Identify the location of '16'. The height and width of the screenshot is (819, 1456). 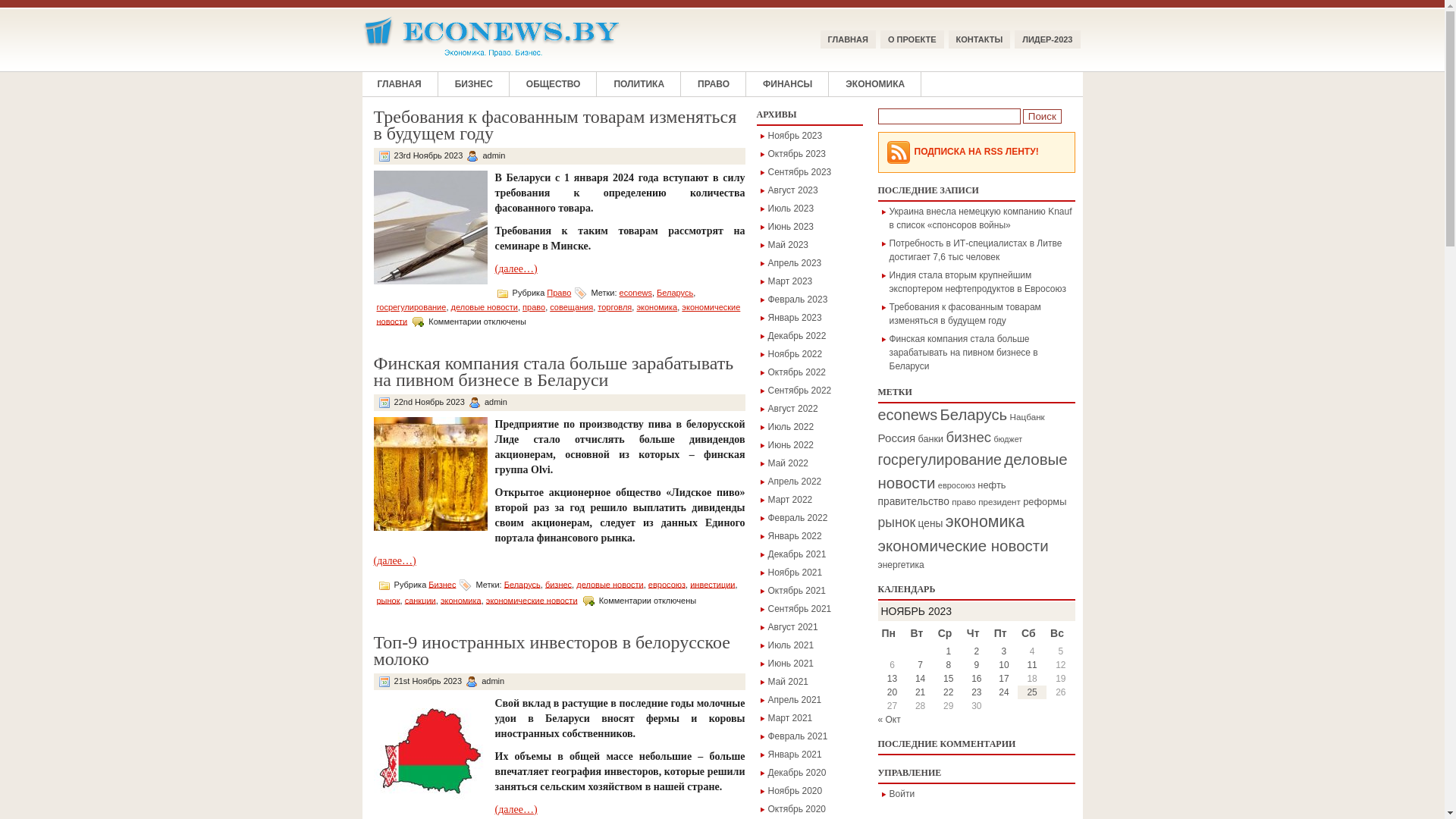
(976, 677).